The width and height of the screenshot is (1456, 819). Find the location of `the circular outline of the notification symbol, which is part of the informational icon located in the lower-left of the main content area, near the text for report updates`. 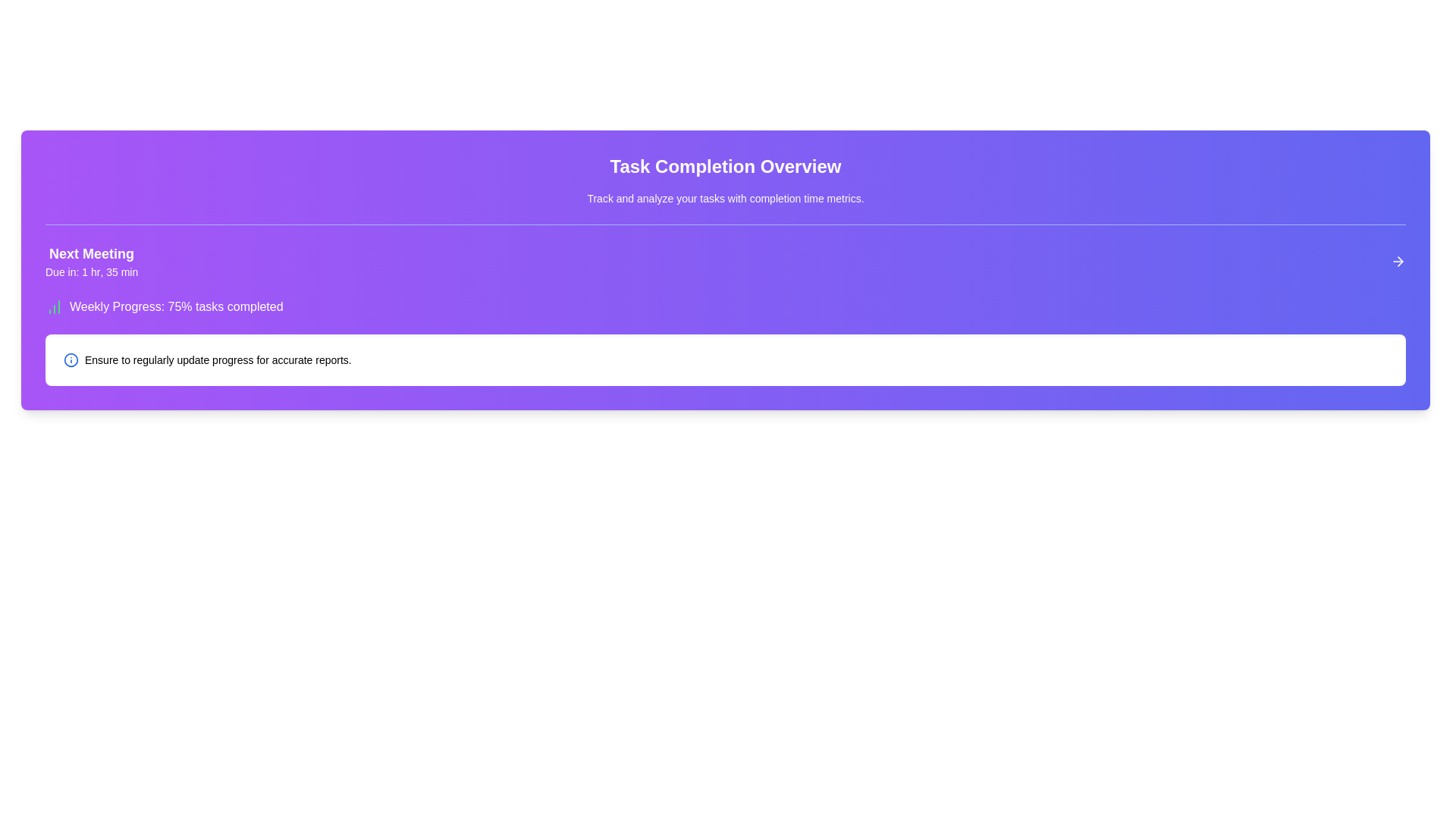

the circular outline of the notification symbol, which is part of the informational icon located in the lower-left of the main content area, near the text for report updates is located at coordinates (71, 359).